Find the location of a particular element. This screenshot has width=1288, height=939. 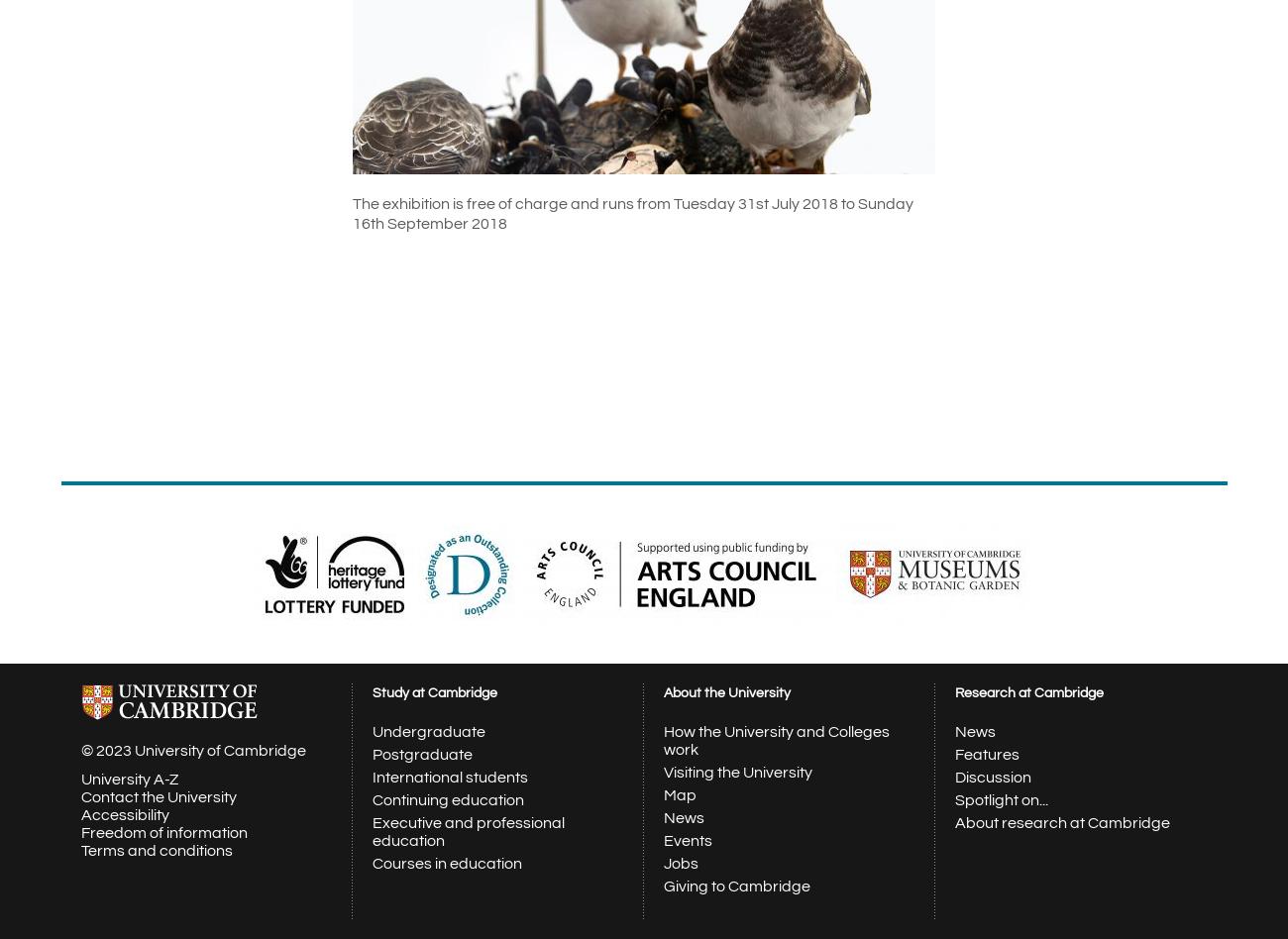

'University A-Z' is located at coordinates (128, 780).